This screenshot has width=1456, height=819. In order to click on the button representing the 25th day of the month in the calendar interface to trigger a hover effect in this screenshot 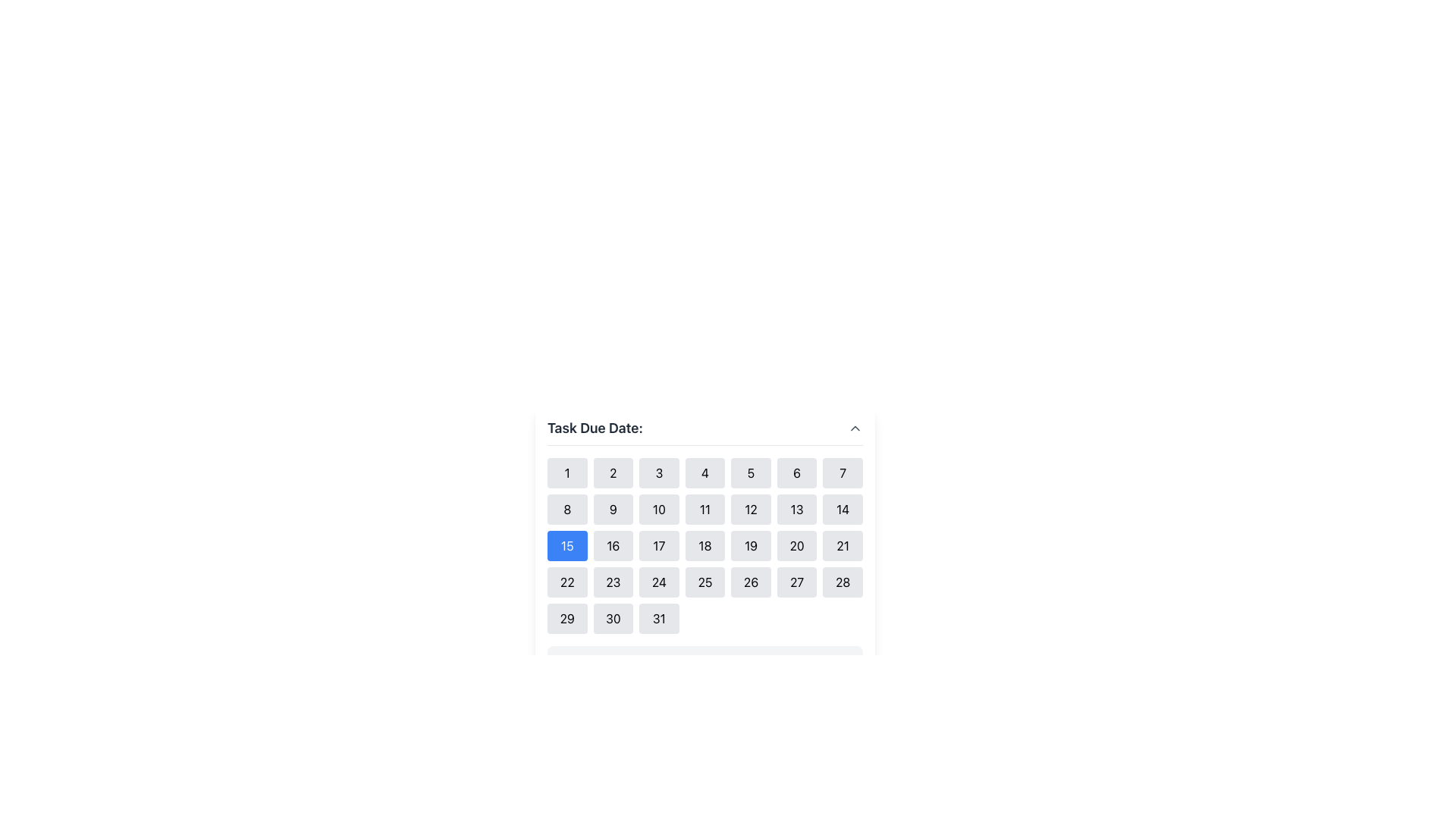, I will do `click(704, 581)`.